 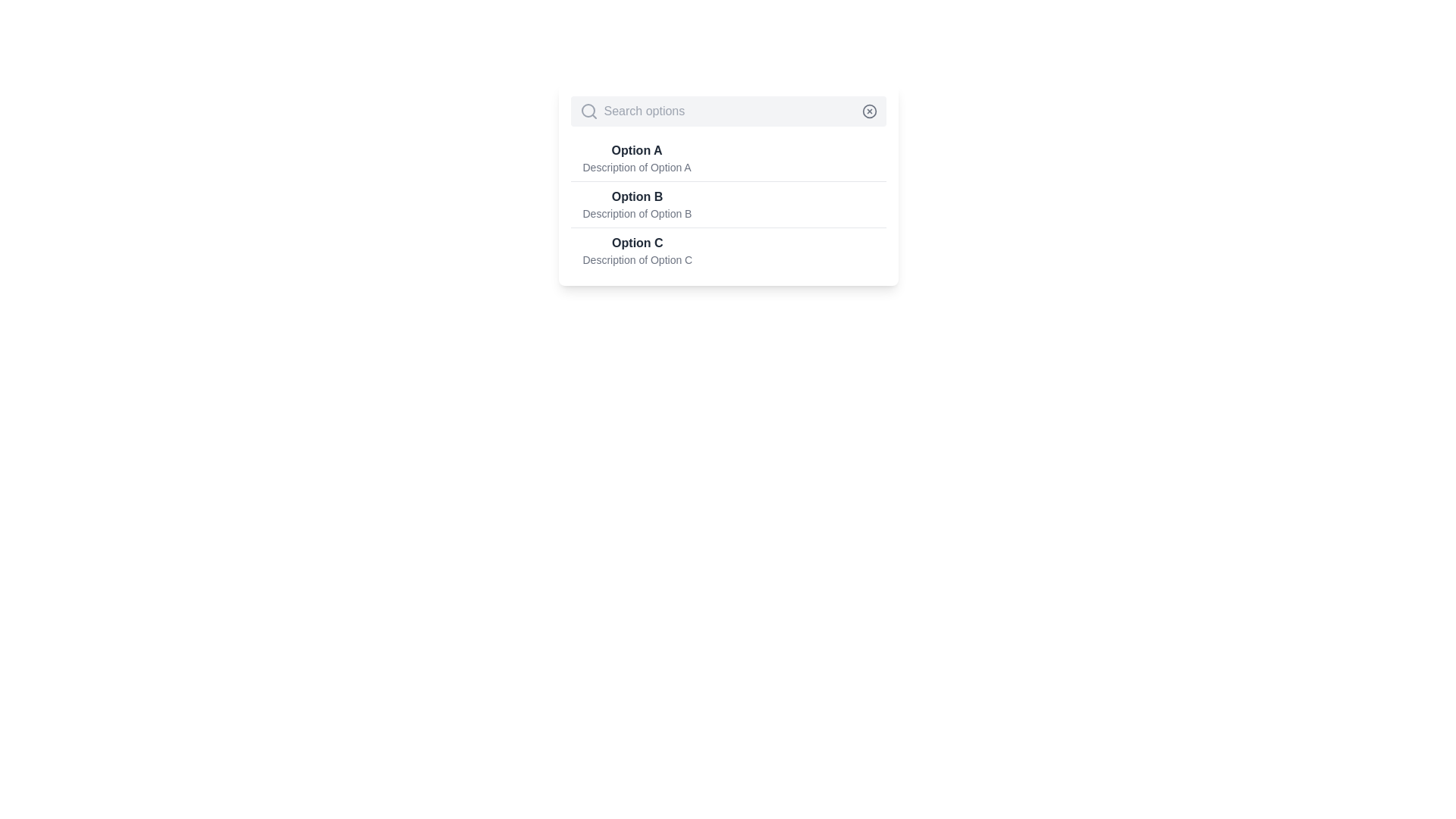 What do you see at coordinates (869, 110) in the screenshot?
I see `the circular close button, which is styled gray and changes to red on hover, located at the far right of the search bar` at bounding box center [869, 110].